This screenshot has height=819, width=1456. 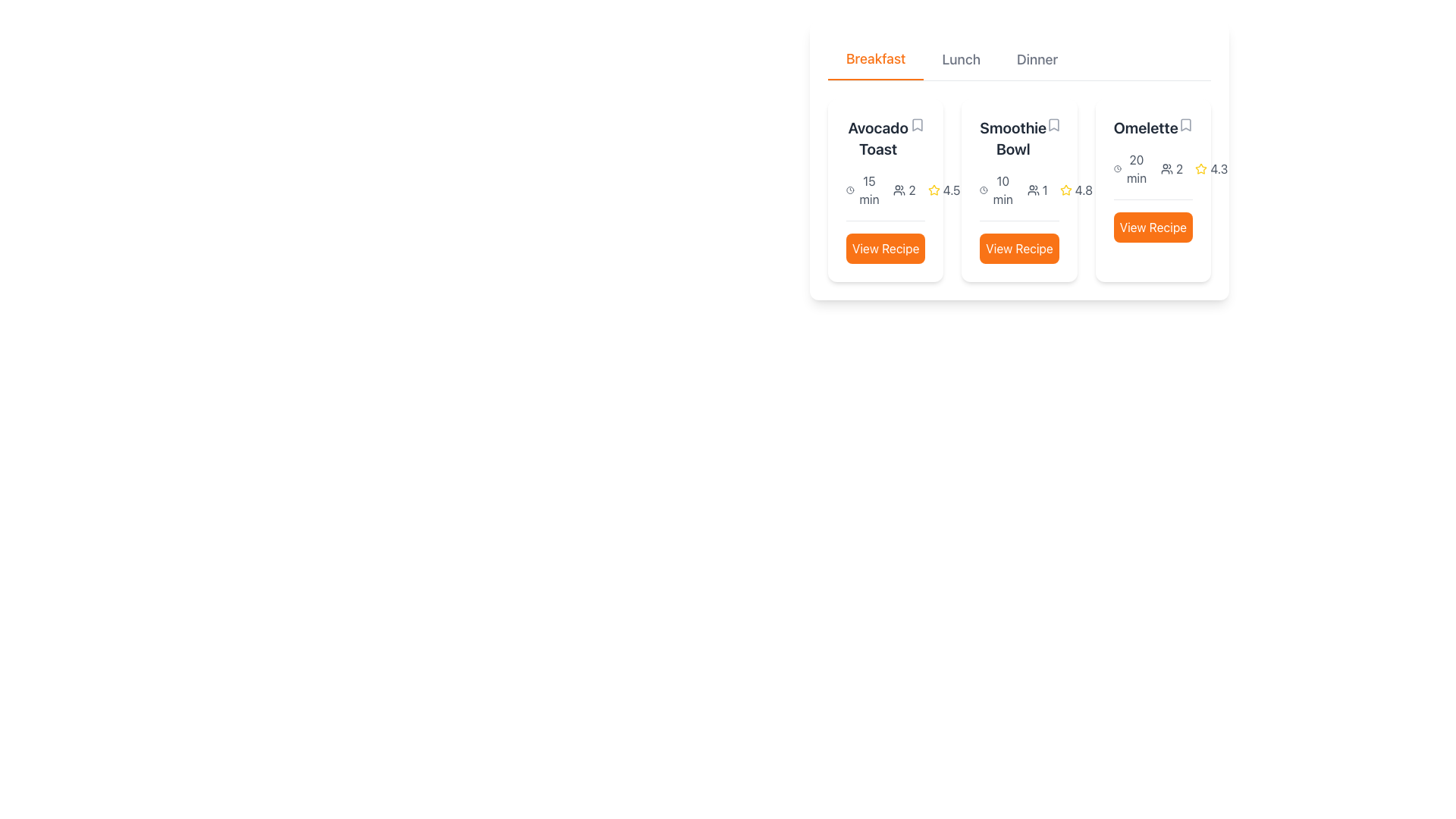 I want to click on the yellow star icon, which indicates a rating or favorite status, located within the second card (Smoothie Bowl) under the Breakfast section, positioned to the right of the user count indicator and directly to the left of the numeric rating (4.5), so click(x=933, y=189).